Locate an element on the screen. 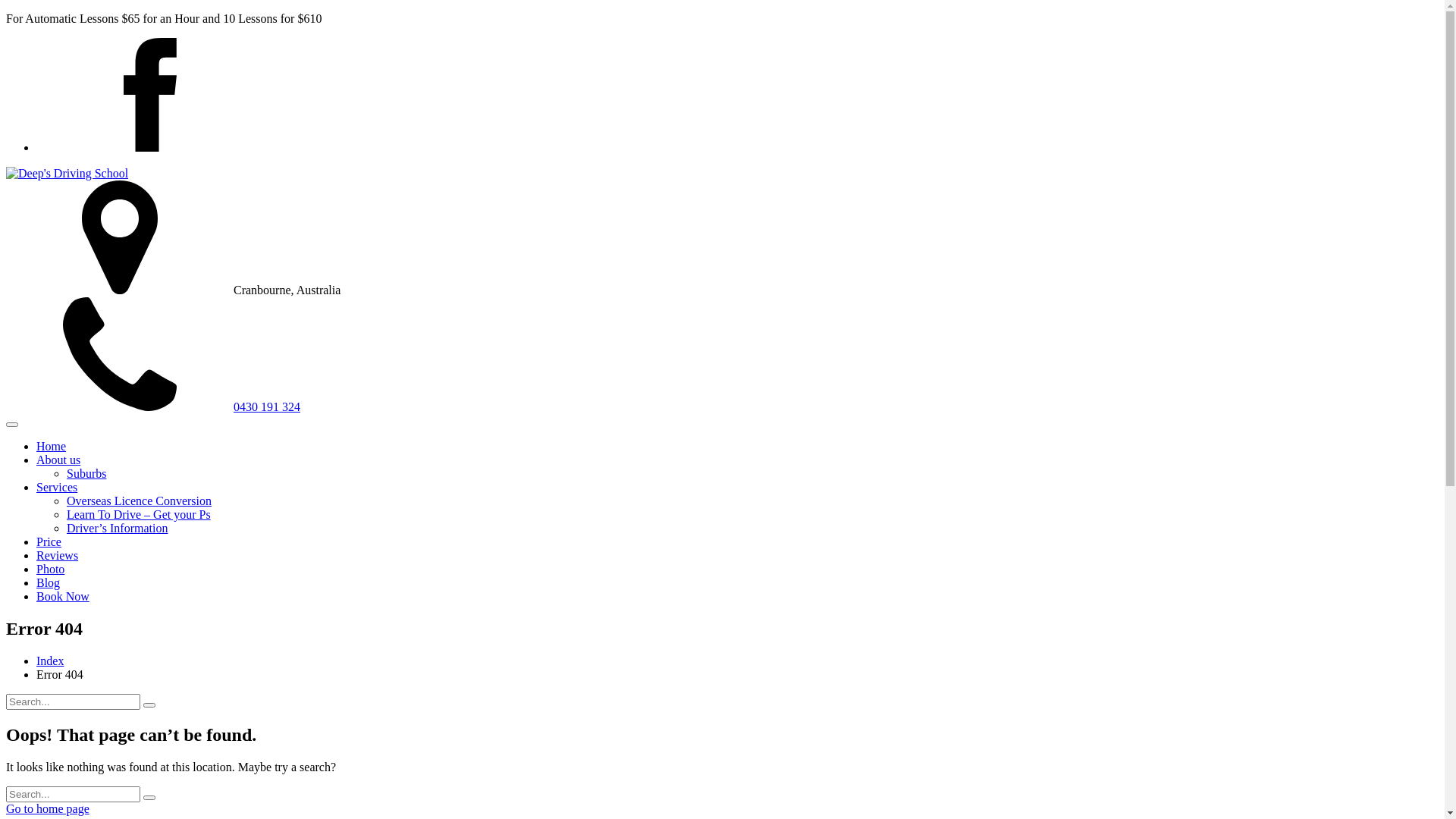 The image size is (1456, 819). 'Home' is located at coordinates (51, 445).